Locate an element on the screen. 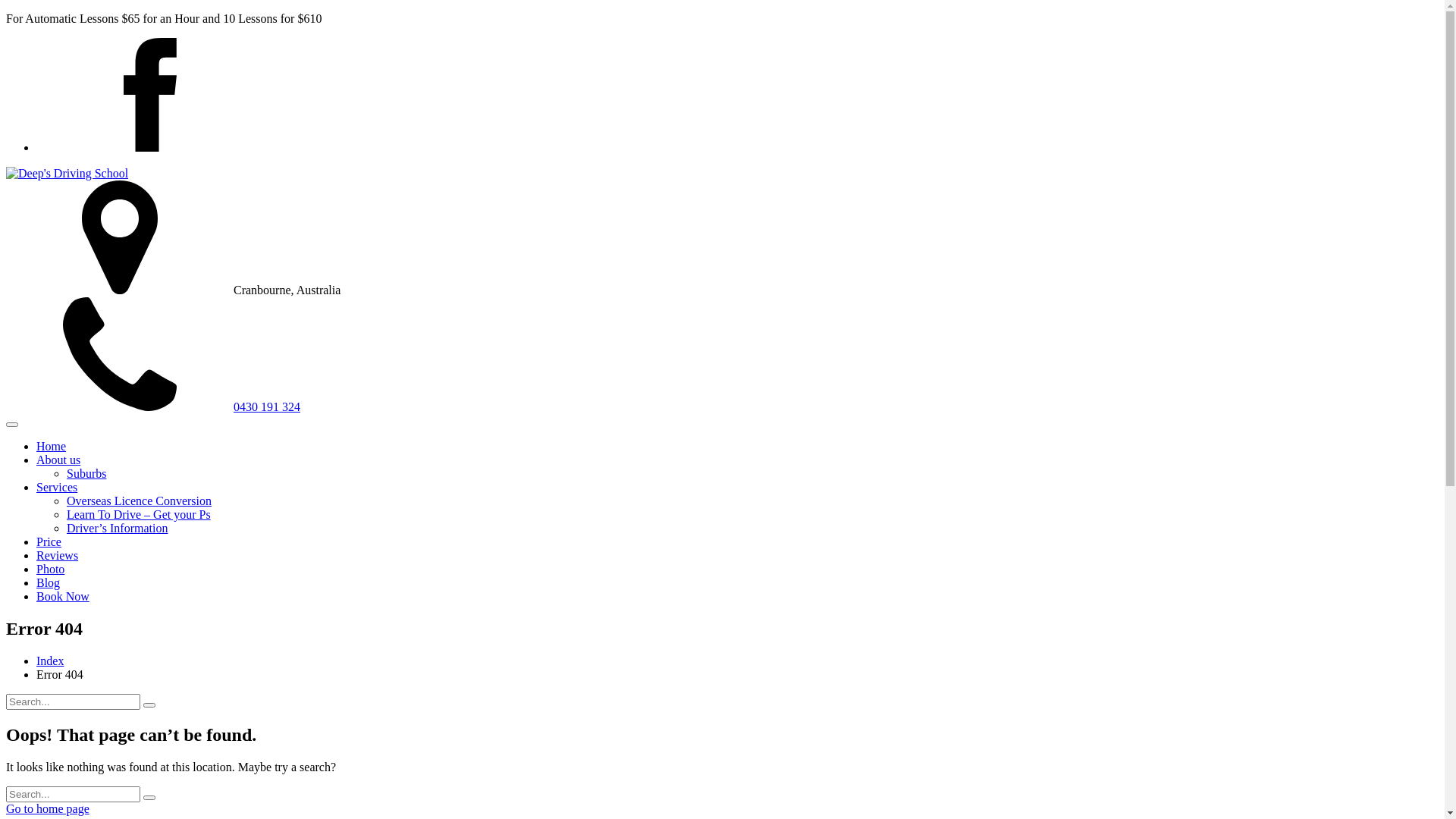 The image size is (1456, 819). 'Home' is located at coordinates (51, 445).